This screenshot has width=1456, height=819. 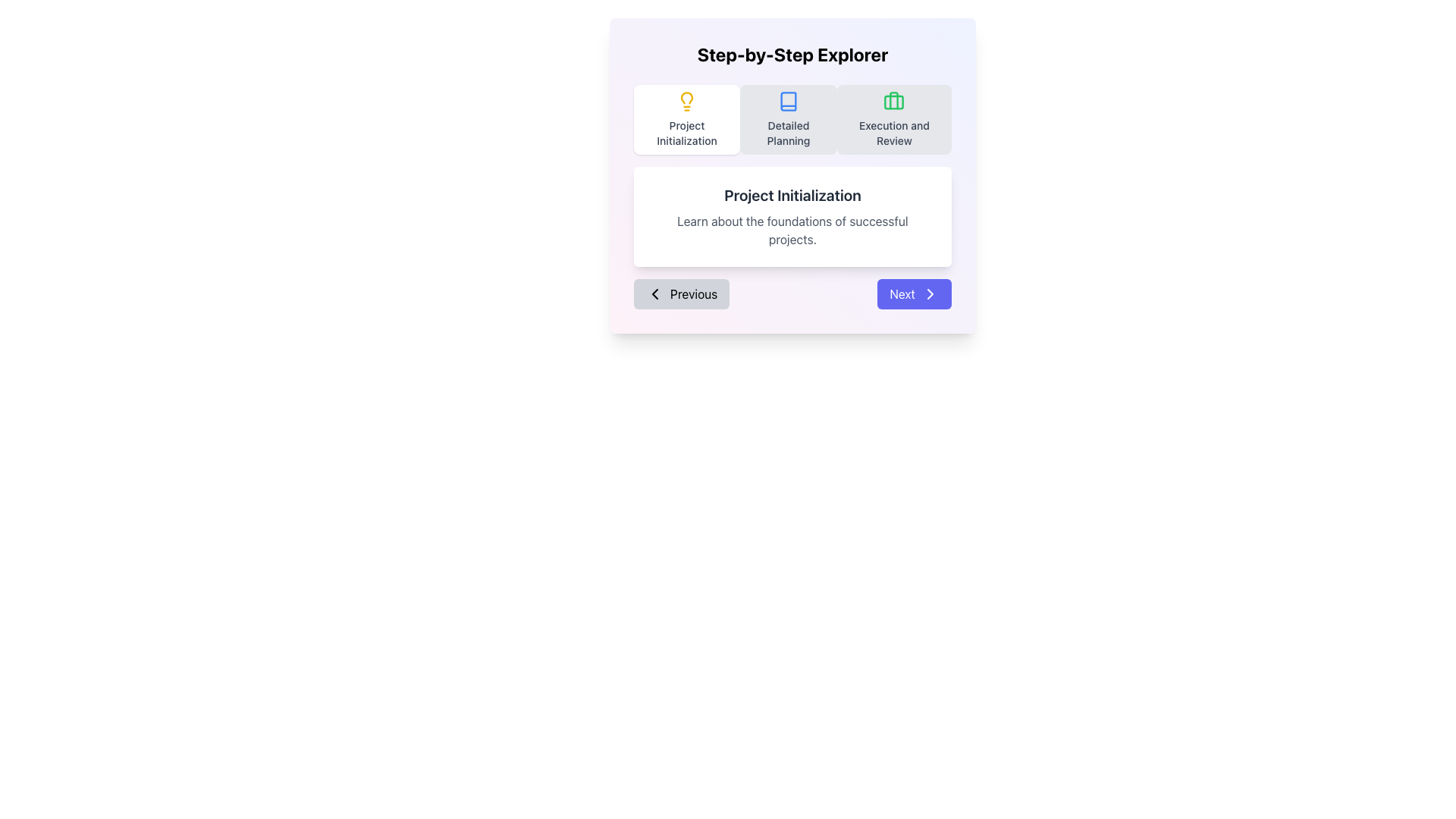 What do you see at coordinates (686, 98) in the screenshot?
I see `the topmost segment of the lightbulb icon in the 'Project Initialization' tab of the primary navigation bar` at bounding box center [686, 98].